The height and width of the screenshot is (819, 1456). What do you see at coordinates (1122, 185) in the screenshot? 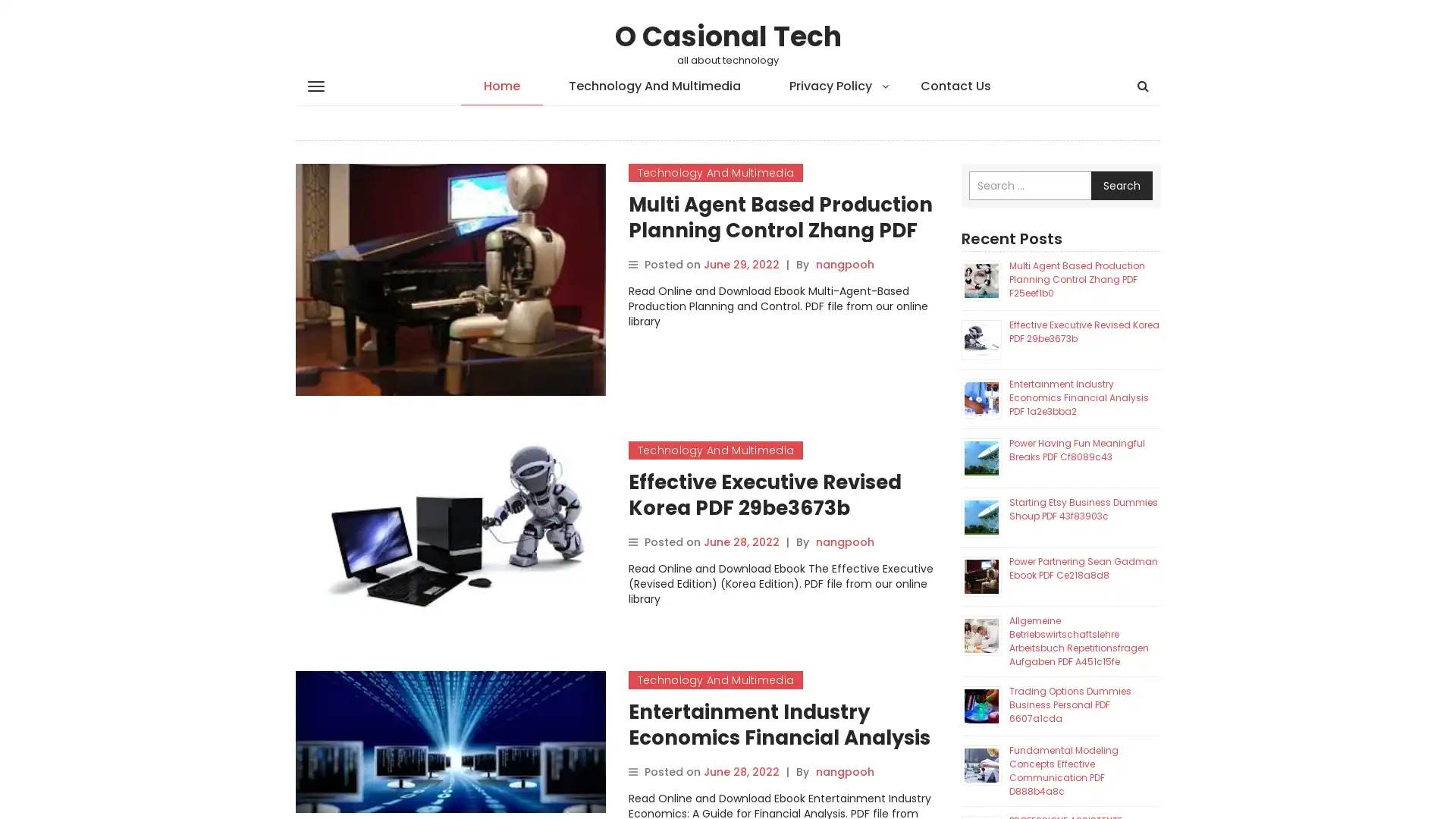
I see `Search` at bounding box center [1122, 185].